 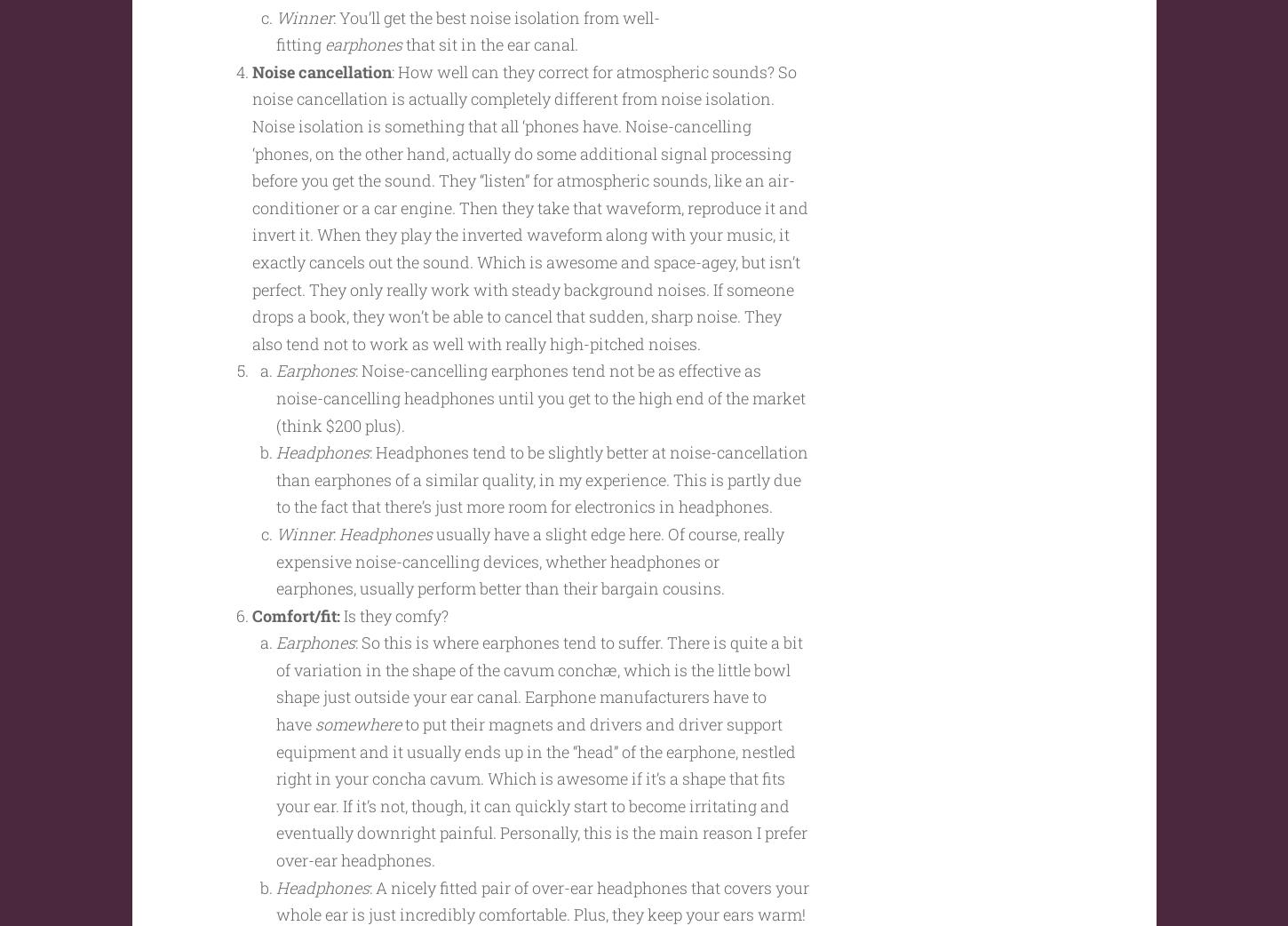 I want to click on ': Noise-cancelling earphones tend not be as effective as noise-cancelling headphones until you get to the high end of the market (think $200 plus).', so click(x=538, y=432).